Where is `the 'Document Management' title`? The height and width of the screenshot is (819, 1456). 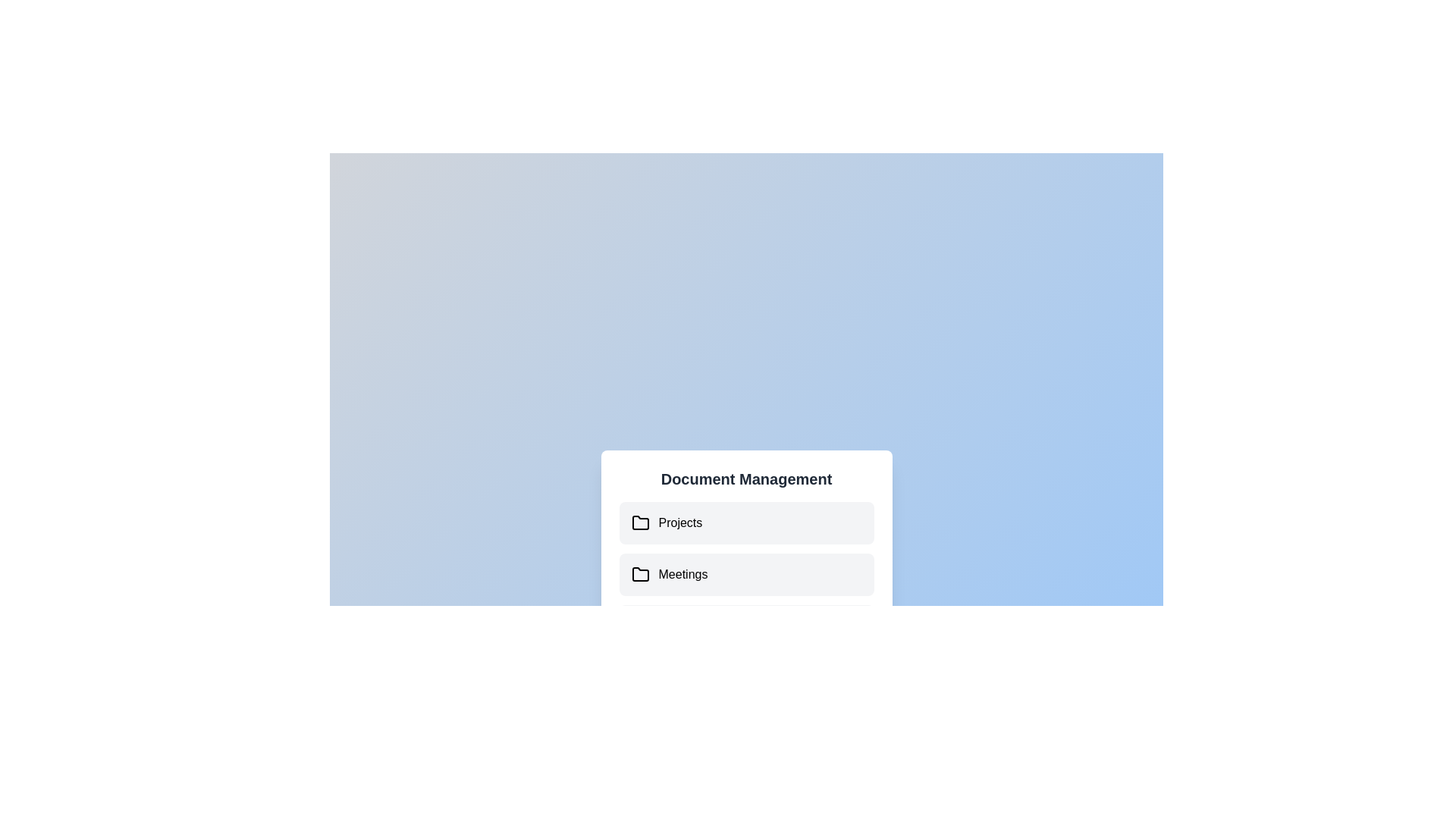
the 'Document Management' title is located at coordinates (746, 479).